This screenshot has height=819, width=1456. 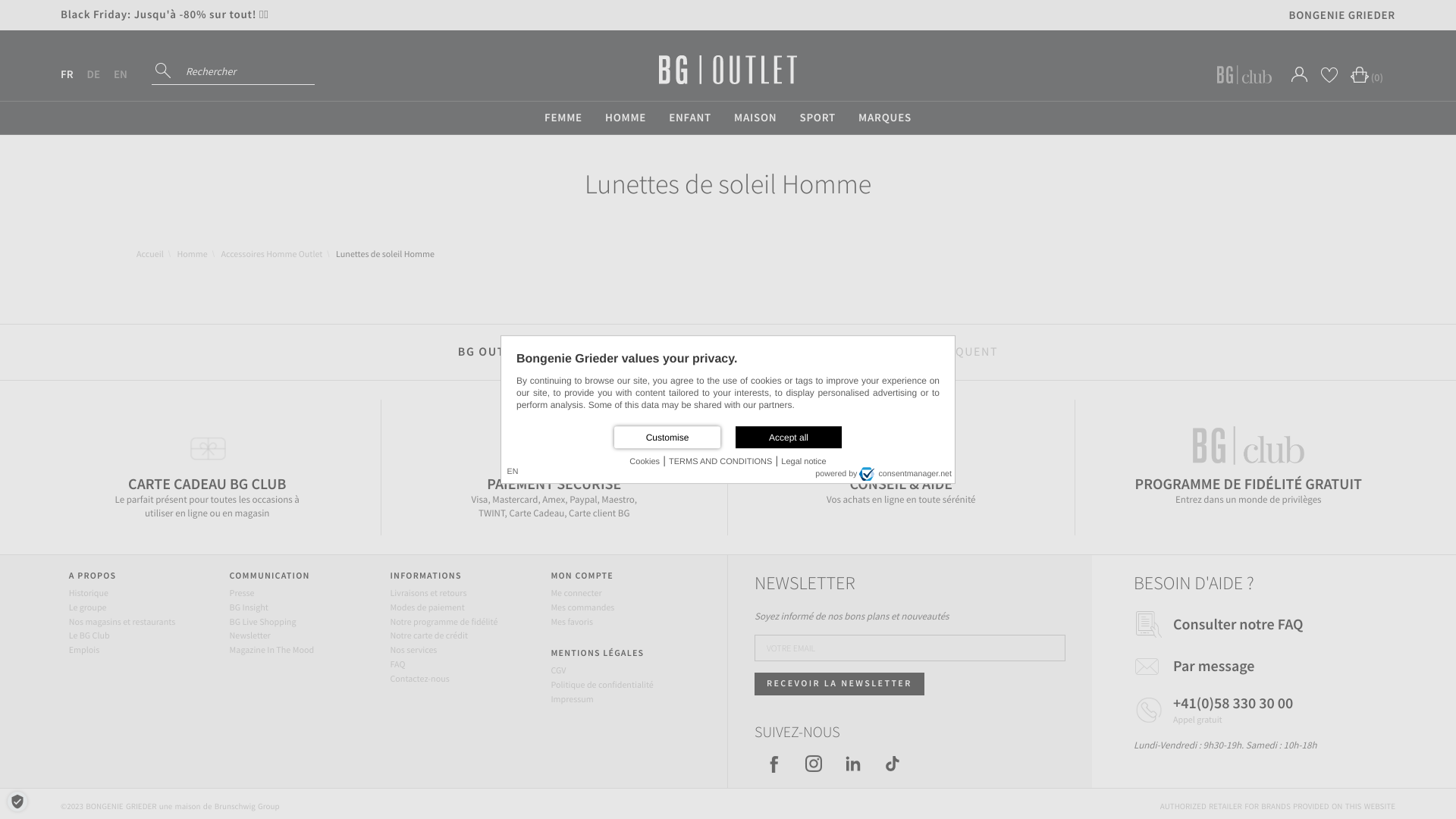 What do you see at coordinates (668, 461) in the screenshot?
I see `'TERMS AND CONDITIONS'` at bounding box center [668, 461].